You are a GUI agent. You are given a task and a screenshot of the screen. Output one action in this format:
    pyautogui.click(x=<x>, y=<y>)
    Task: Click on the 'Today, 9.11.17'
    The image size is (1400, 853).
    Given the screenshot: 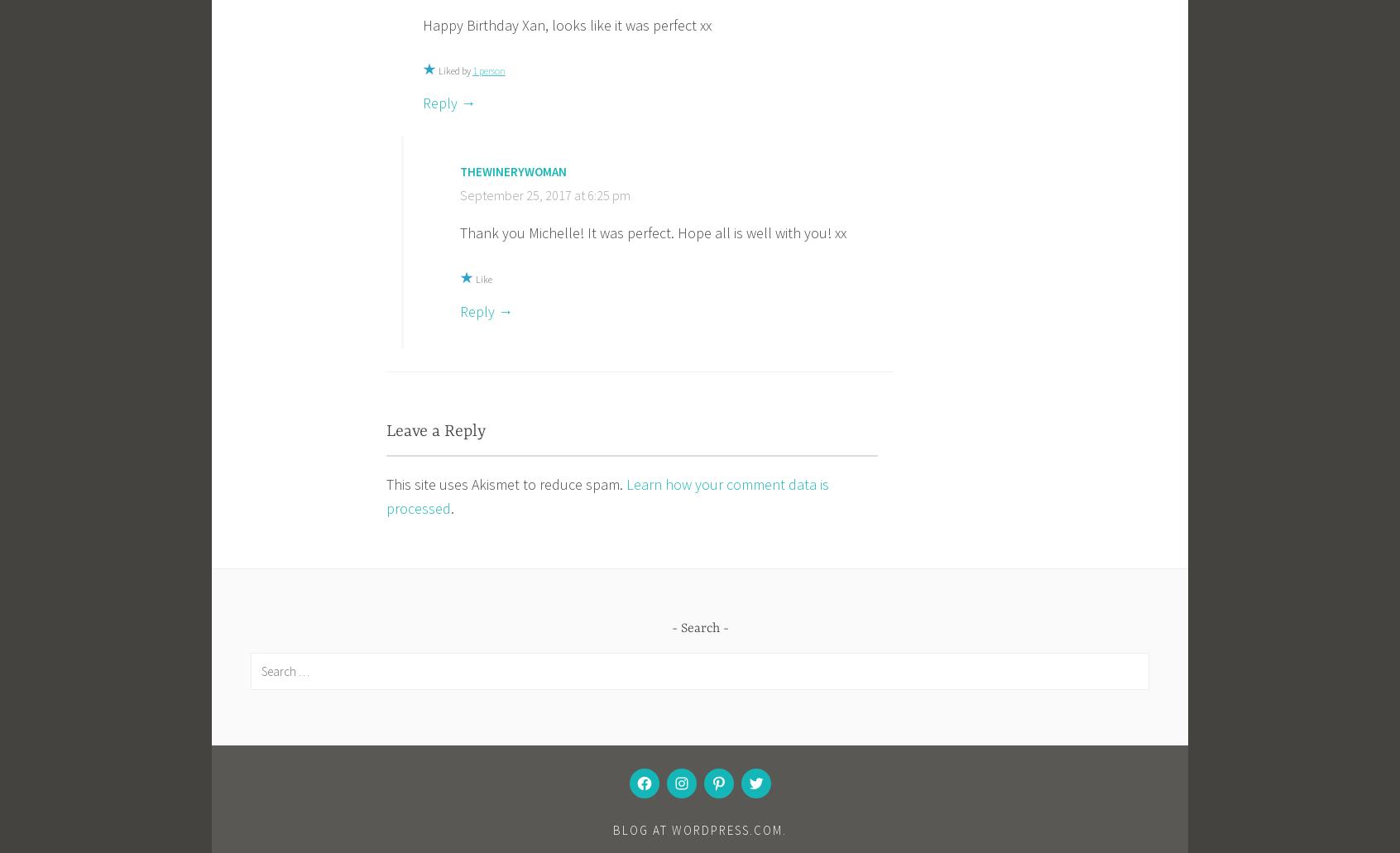 What is the action you would take?
    pyautogui.click(x=424, y=721)
    